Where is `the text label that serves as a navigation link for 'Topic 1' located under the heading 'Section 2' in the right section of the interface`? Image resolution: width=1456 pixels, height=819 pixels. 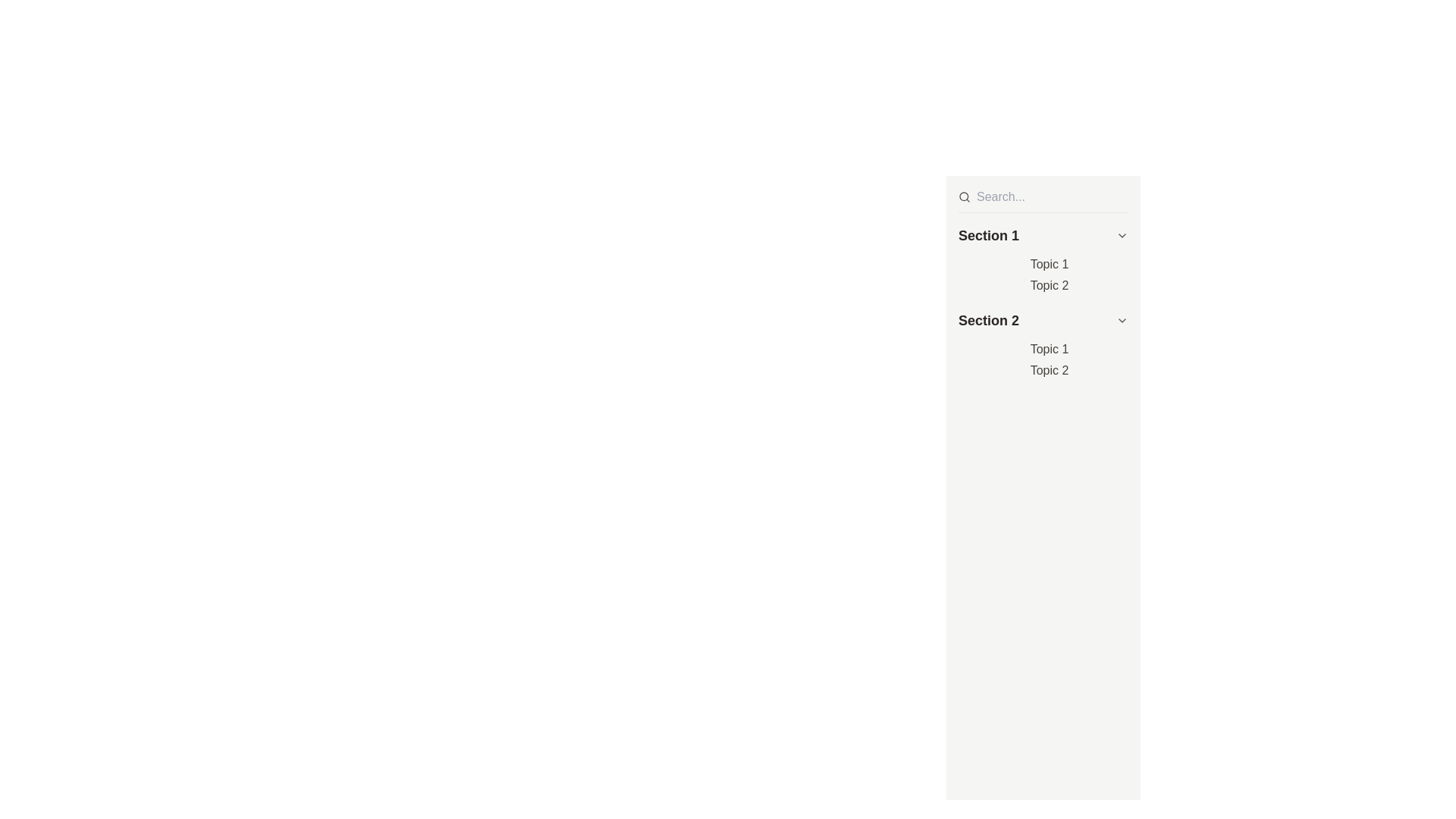
the text label that serves as a navigation link for 'Topic 1' located under the heading 'Section 2' in the right section of the interface is located at coordinates (1048, 350).